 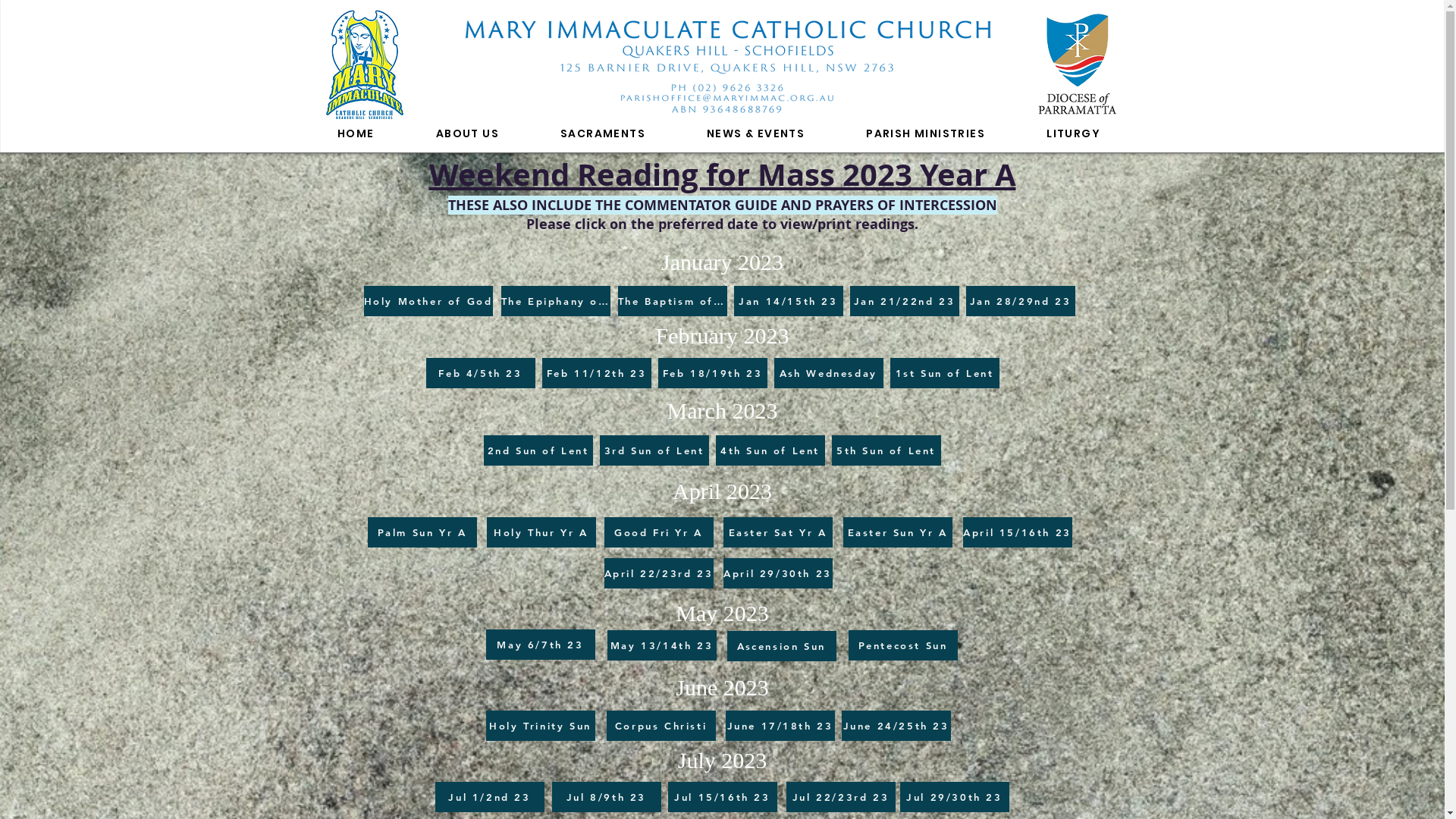 I want to click on 'ABOUT US', so click(x=466, y=133).